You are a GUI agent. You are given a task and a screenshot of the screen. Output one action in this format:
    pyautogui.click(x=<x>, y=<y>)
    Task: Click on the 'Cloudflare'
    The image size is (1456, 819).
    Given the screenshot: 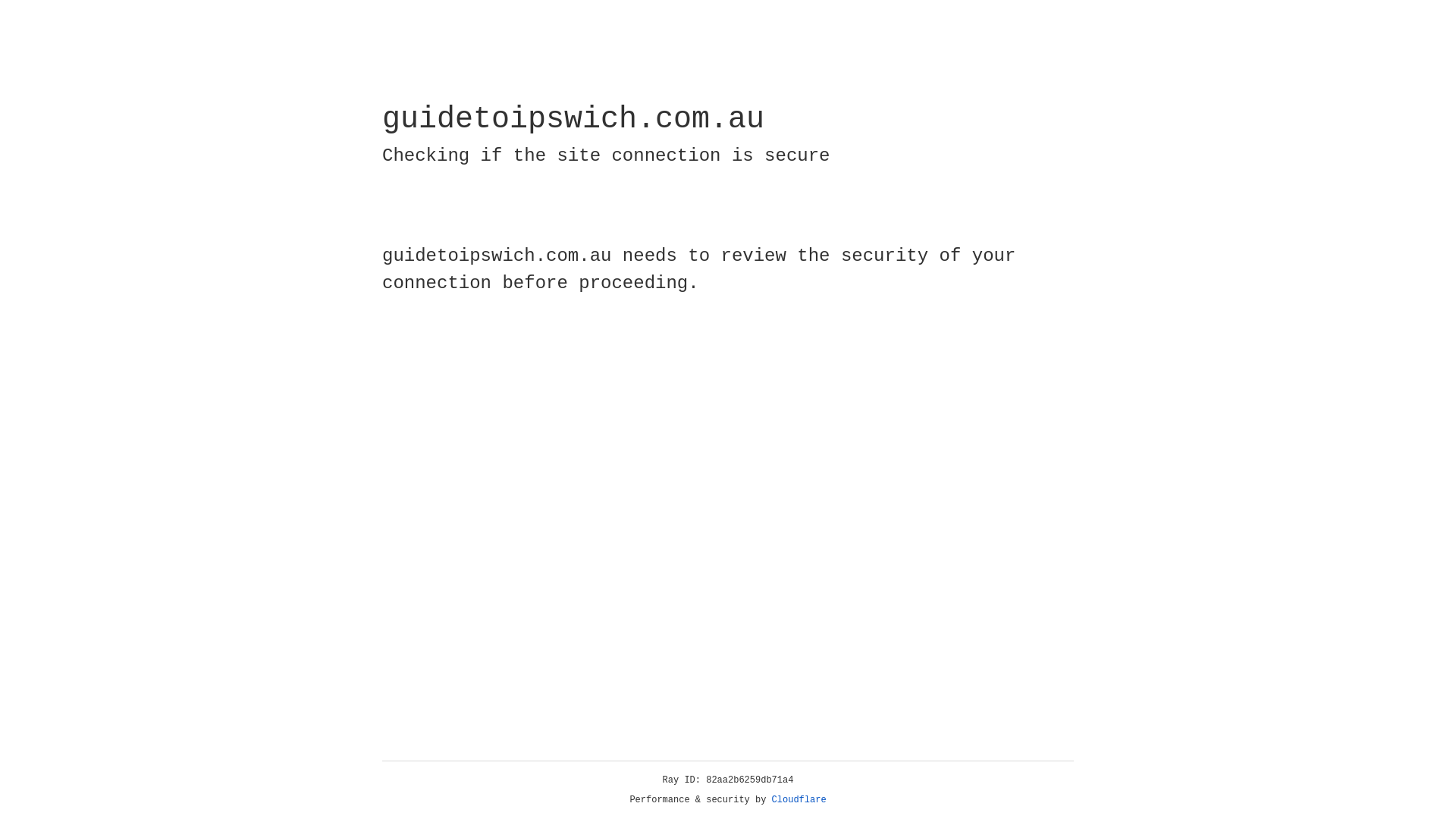 What is the action you would take?
    pyautogui.click(x=799, y=799)
    